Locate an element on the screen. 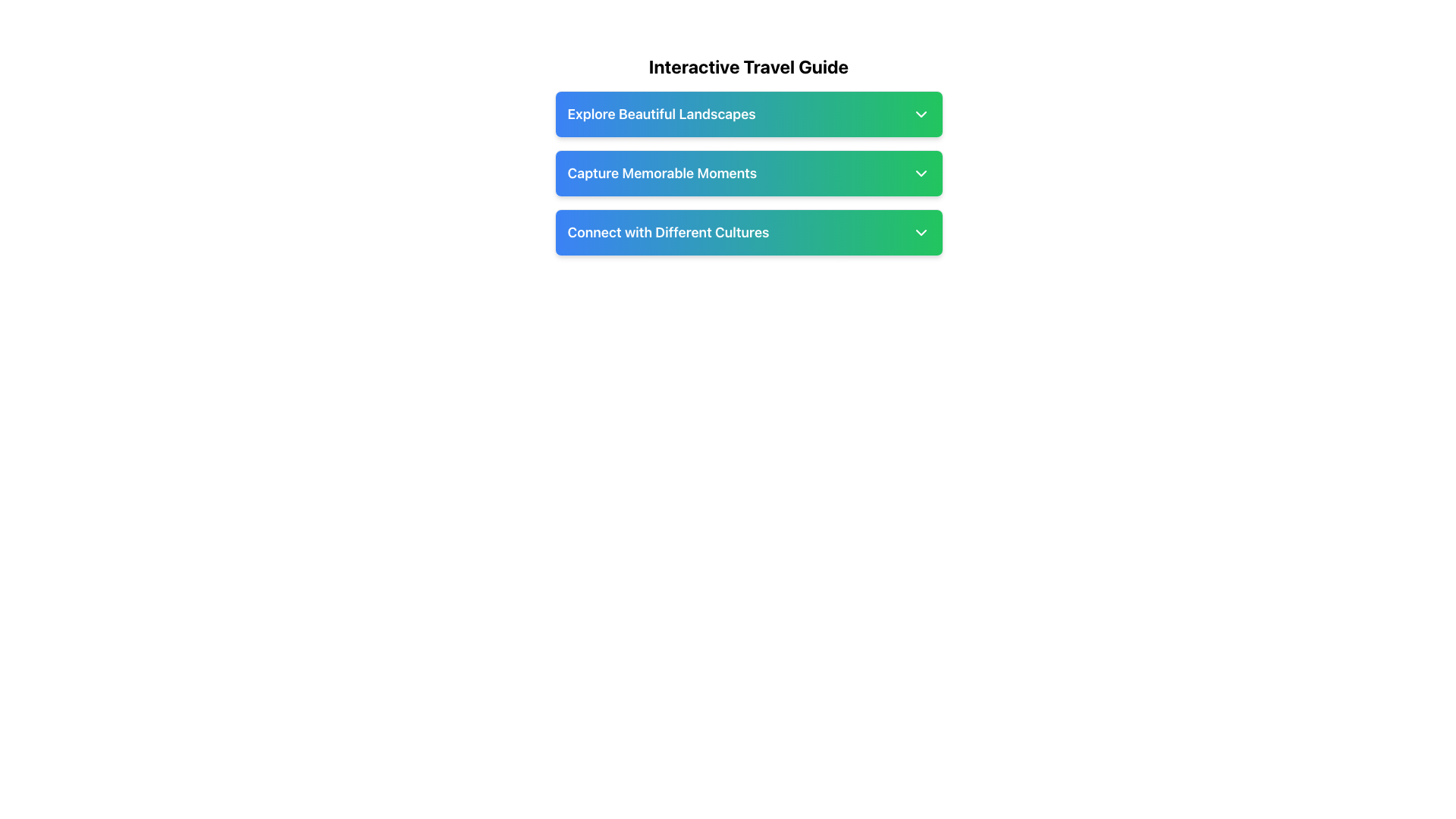 The height and width of the screenshot is (819, 1456). the text label that reads 'Connect with Different Cultures' is located at coordinates (667, 233).